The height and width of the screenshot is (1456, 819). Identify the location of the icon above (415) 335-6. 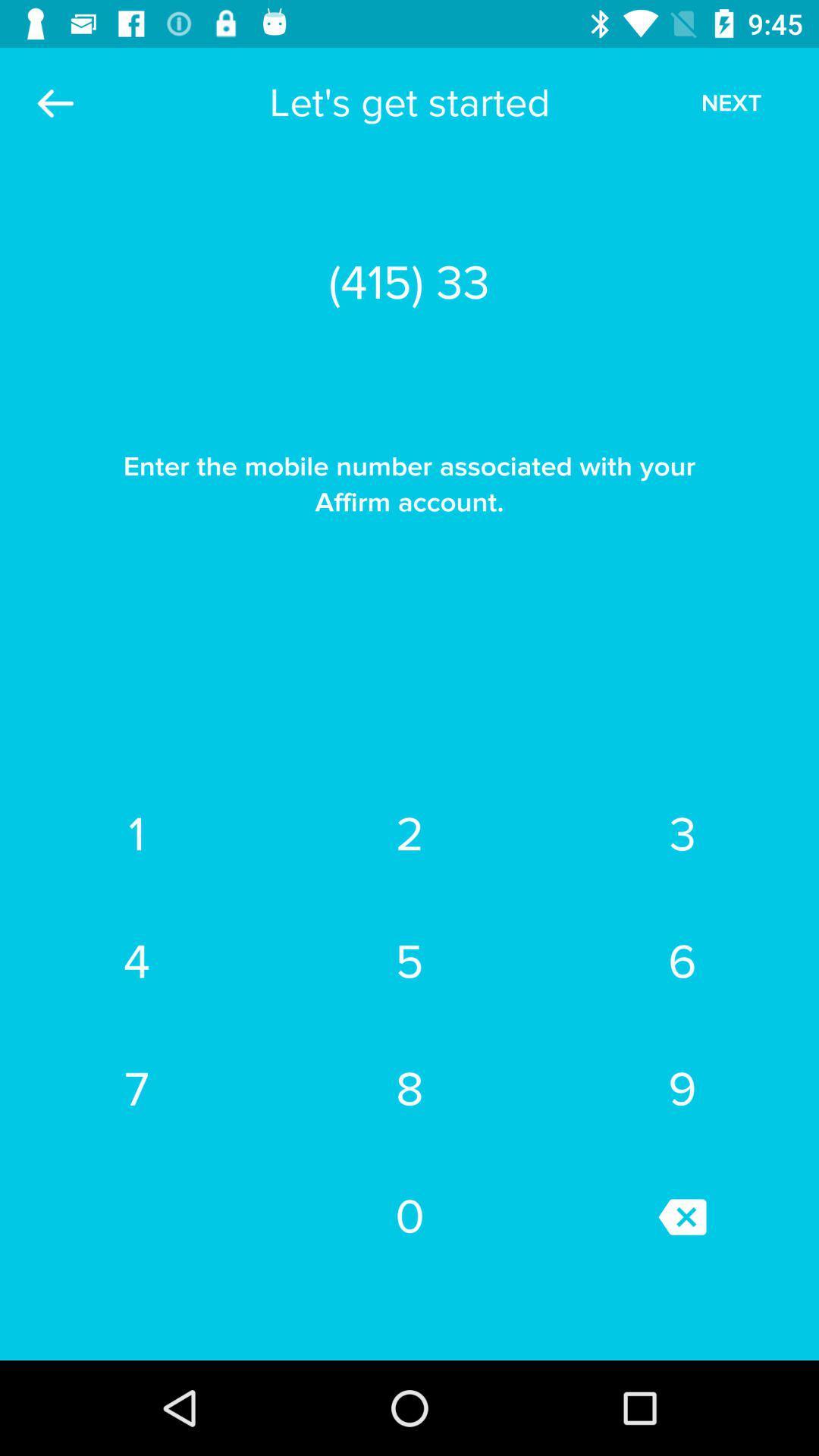
(730, 102).